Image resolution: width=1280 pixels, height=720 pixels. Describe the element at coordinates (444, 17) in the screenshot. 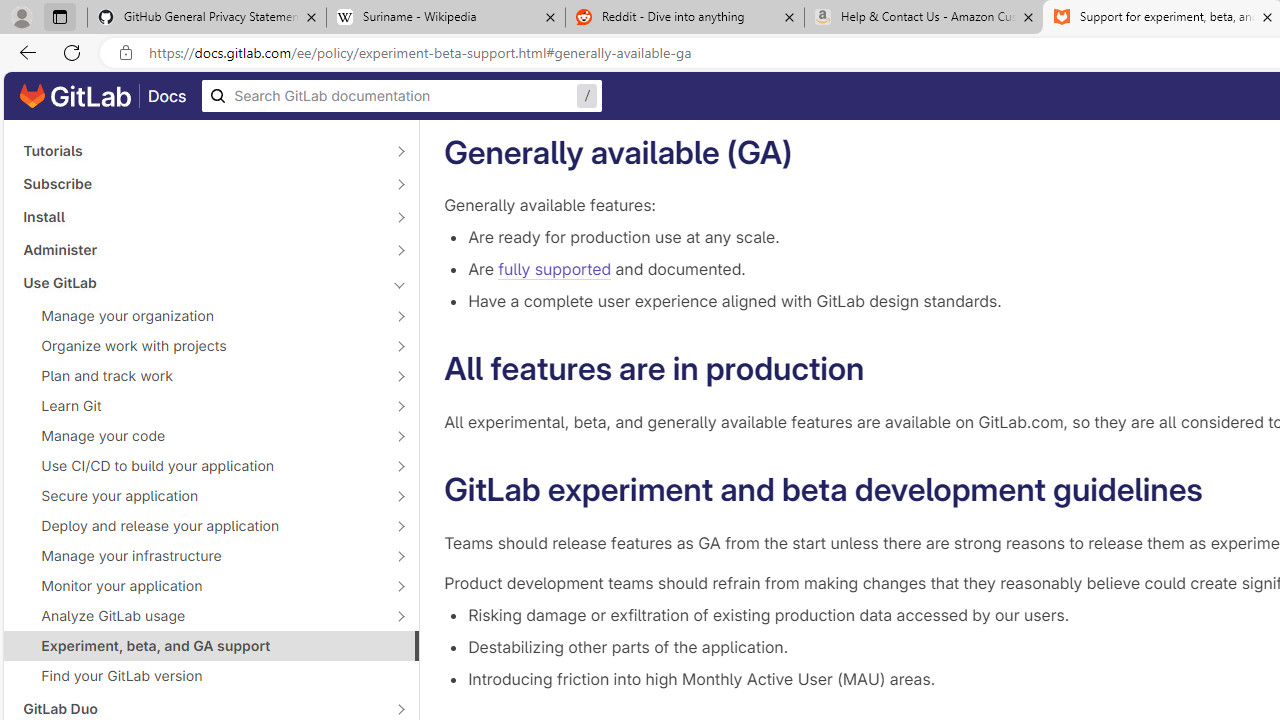

I see `'Suriname - Wikipedia'` at that location.